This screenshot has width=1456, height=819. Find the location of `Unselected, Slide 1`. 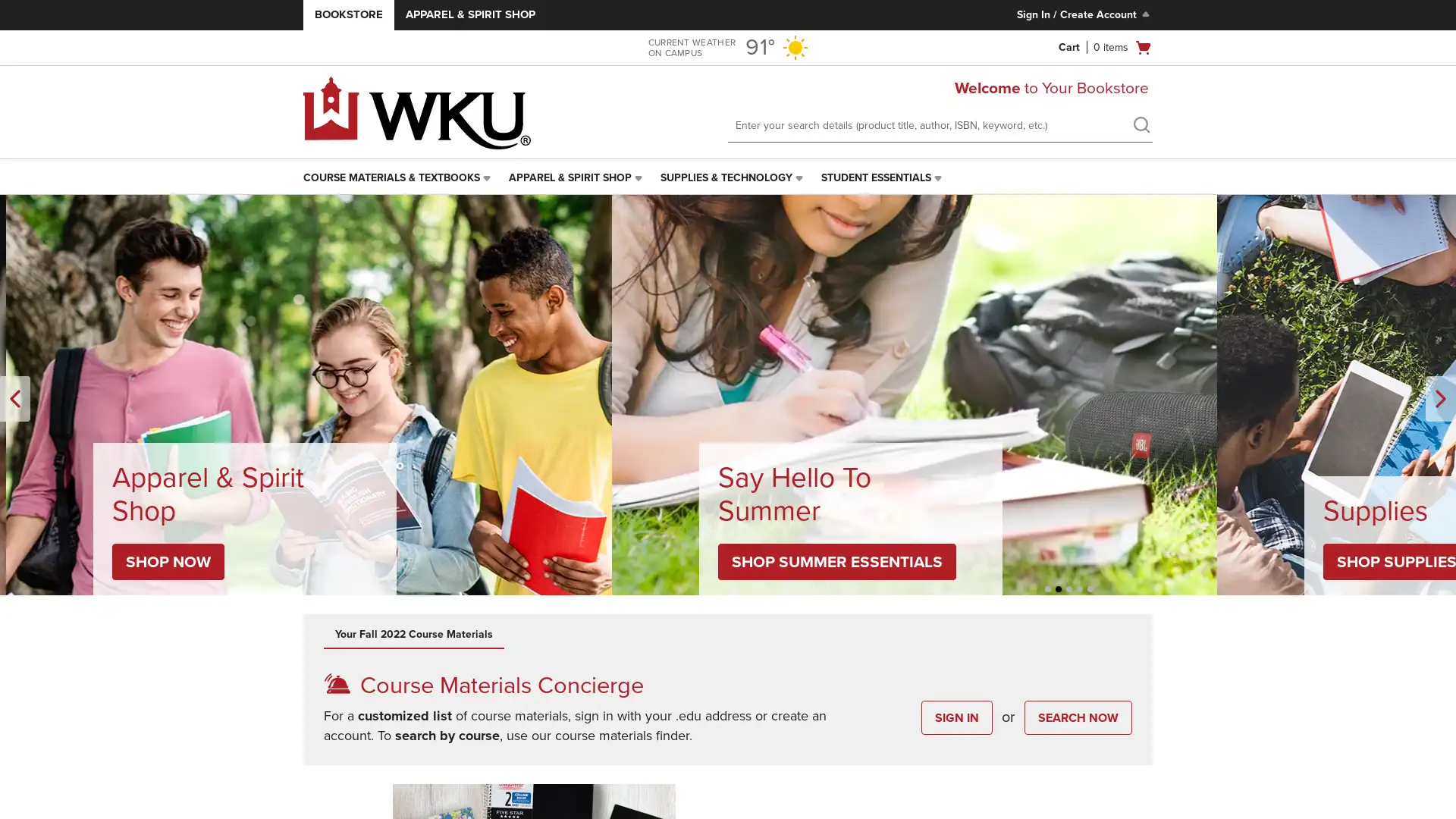

Unselected, Slide 1 is located at coordinates (1047, 588).